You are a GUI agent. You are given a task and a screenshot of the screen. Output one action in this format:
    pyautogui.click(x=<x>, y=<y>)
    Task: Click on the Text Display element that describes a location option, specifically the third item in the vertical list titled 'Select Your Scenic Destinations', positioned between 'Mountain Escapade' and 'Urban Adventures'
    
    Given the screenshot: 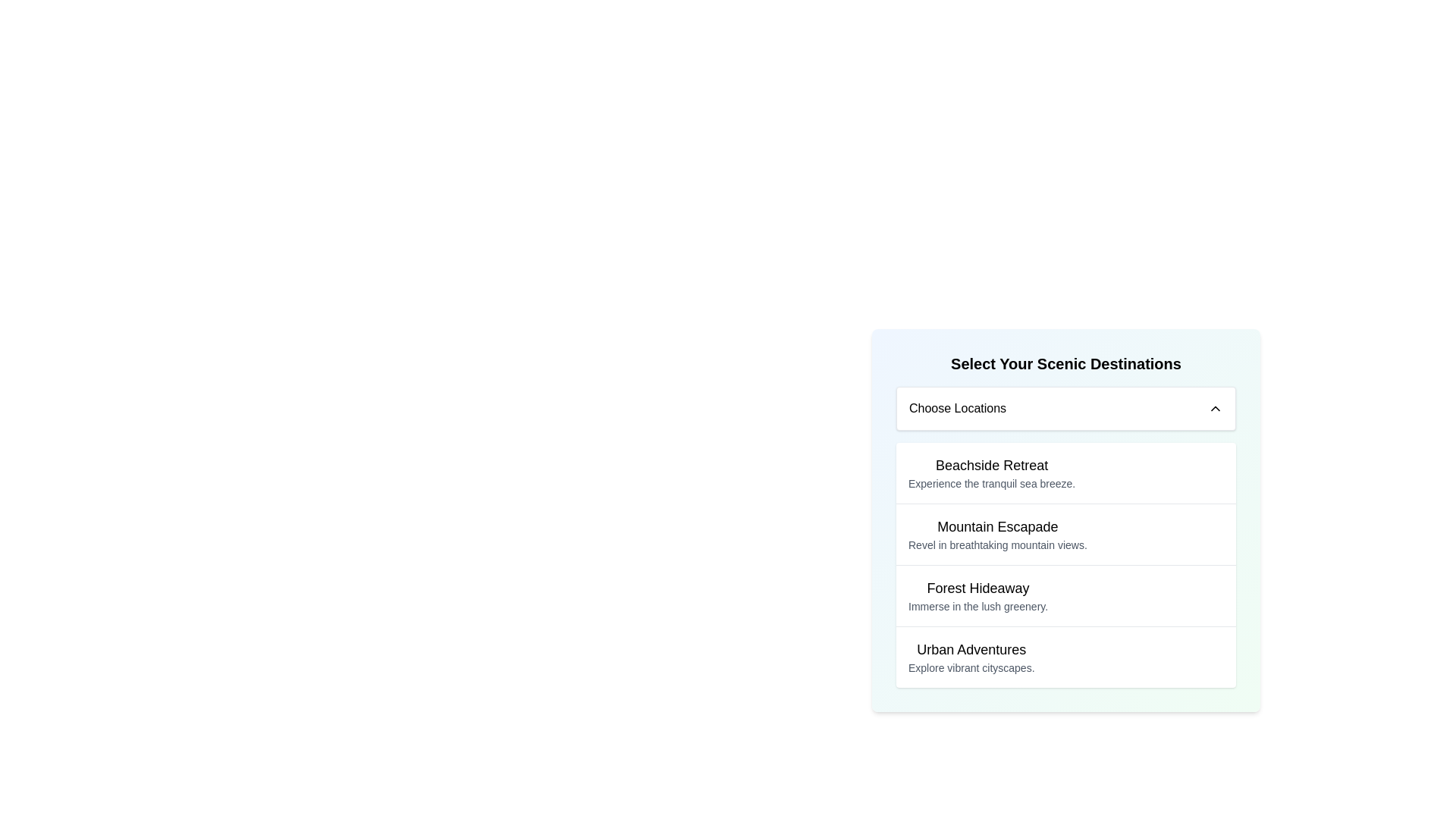 What is the action you would take?
    pyautogui.click(x=978, y=595)
    